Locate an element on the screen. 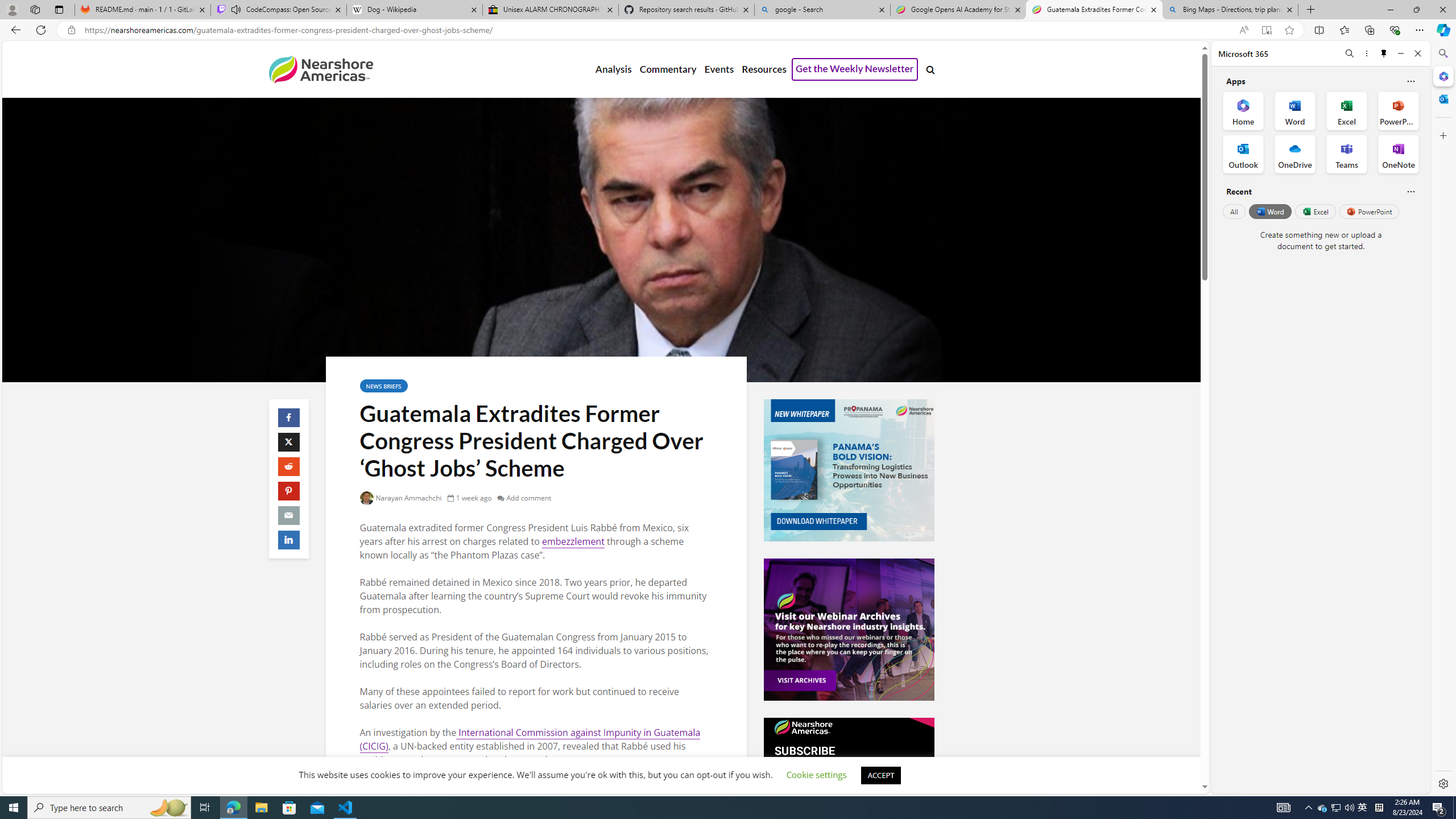  'Commentary' is located at coordinates (667, 69).